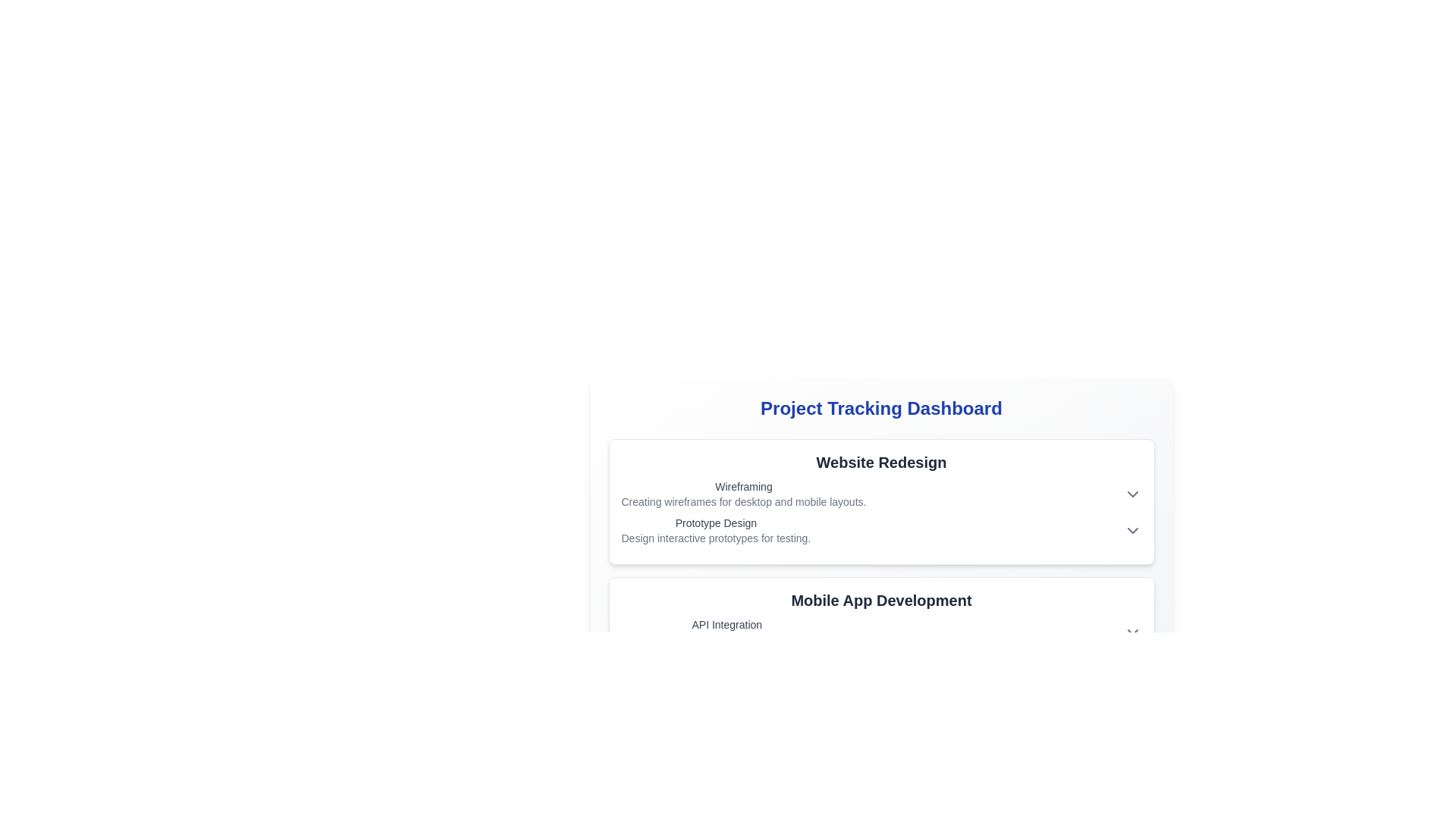  Describe the element at coordinates (881, 494) in the screenshot. I see `the text block titled 'Wireframing' with the description 'Creating wireframes for desktop and mobile layouts.' located in the 'Website Redesign' section of the project tracking dashboard` at that location.